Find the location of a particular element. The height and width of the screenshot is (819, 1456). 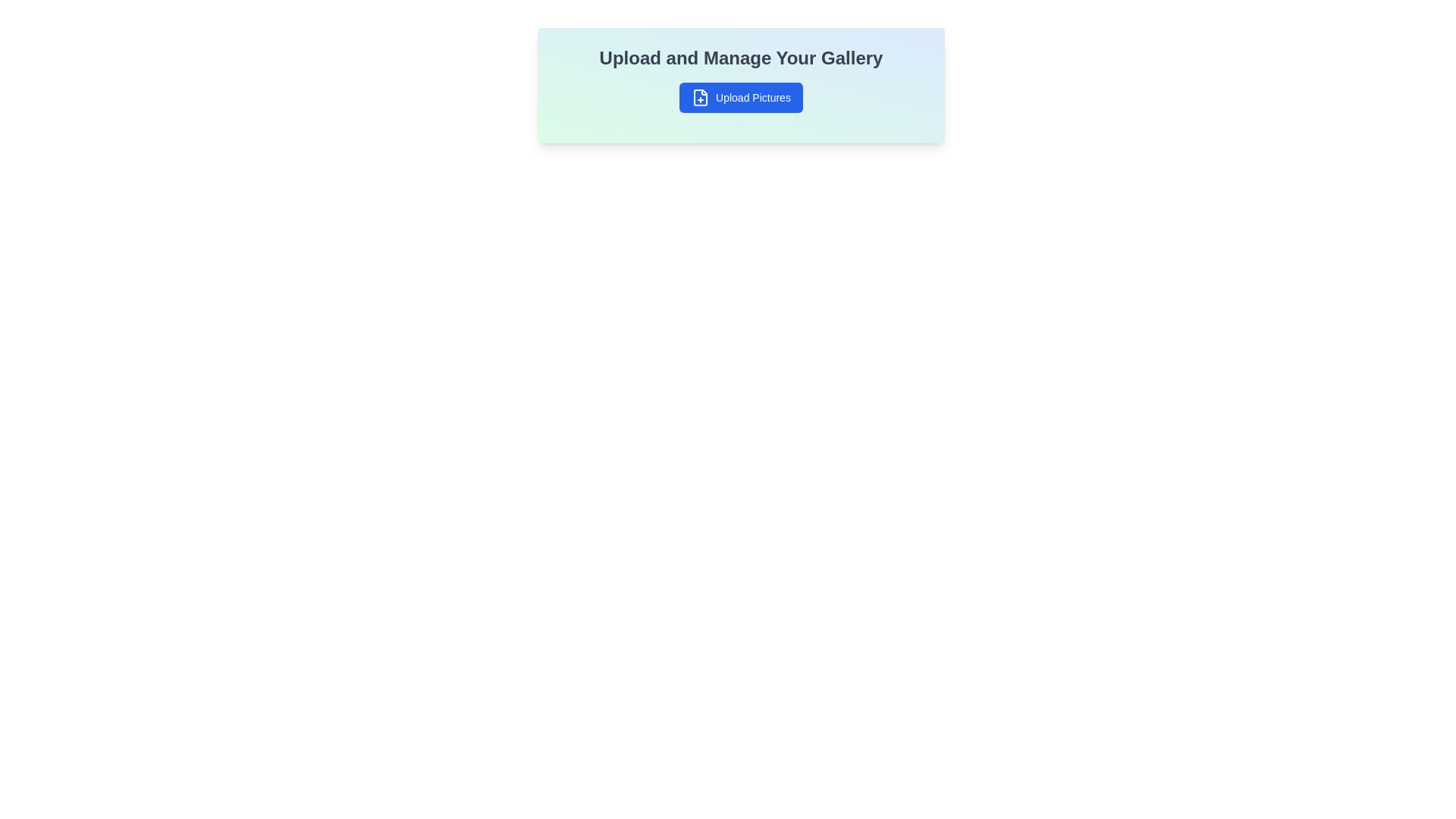

the button labeled 'Upload Pictures' which is styled with white text on a blue background, located under the heading 'Upload and Manage Your Gallery' is located at coordinates (753, 97).